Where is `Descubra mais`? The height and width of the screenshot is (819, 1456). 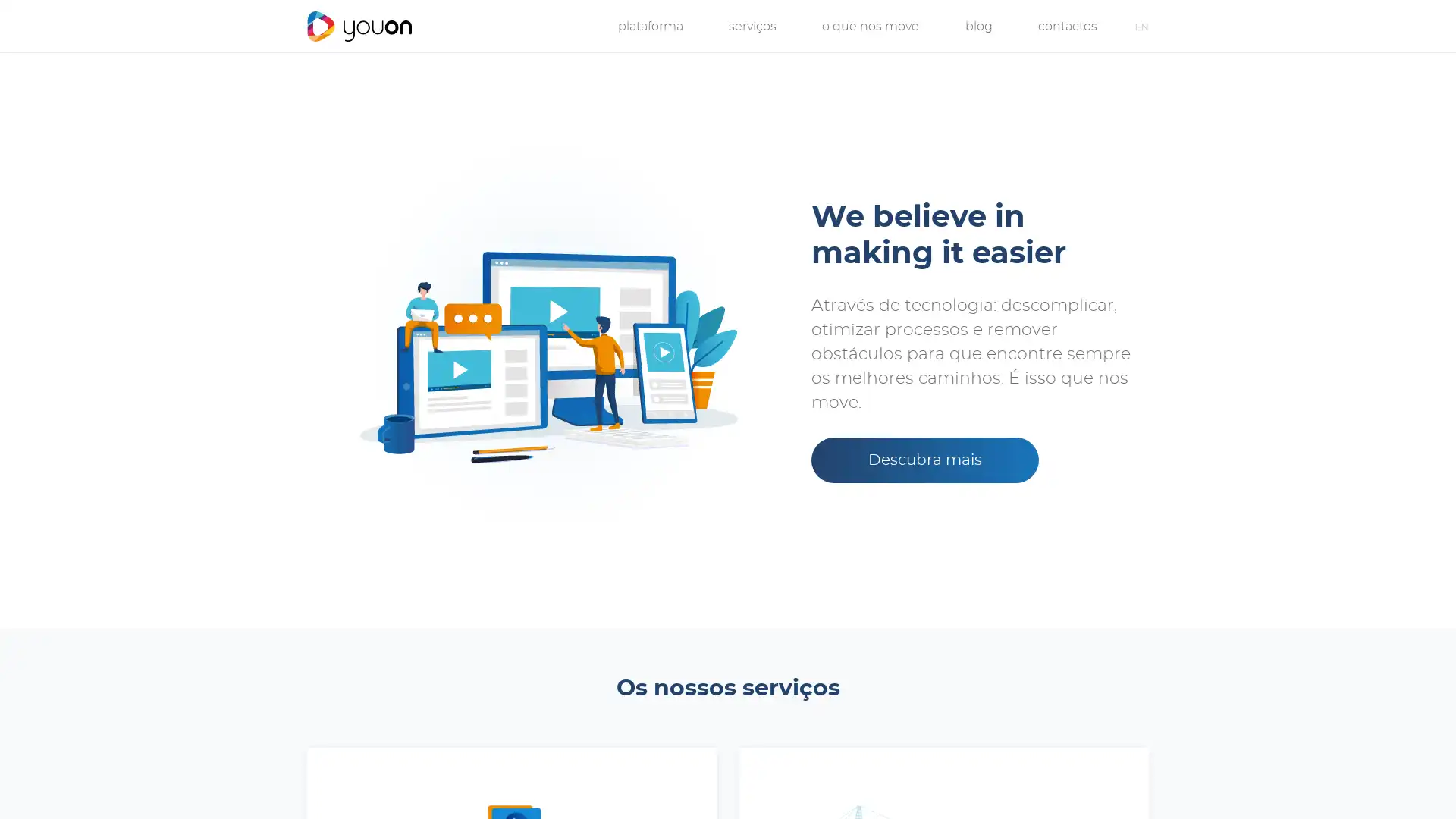 Descubra mais is located at coordinates (924, 459).